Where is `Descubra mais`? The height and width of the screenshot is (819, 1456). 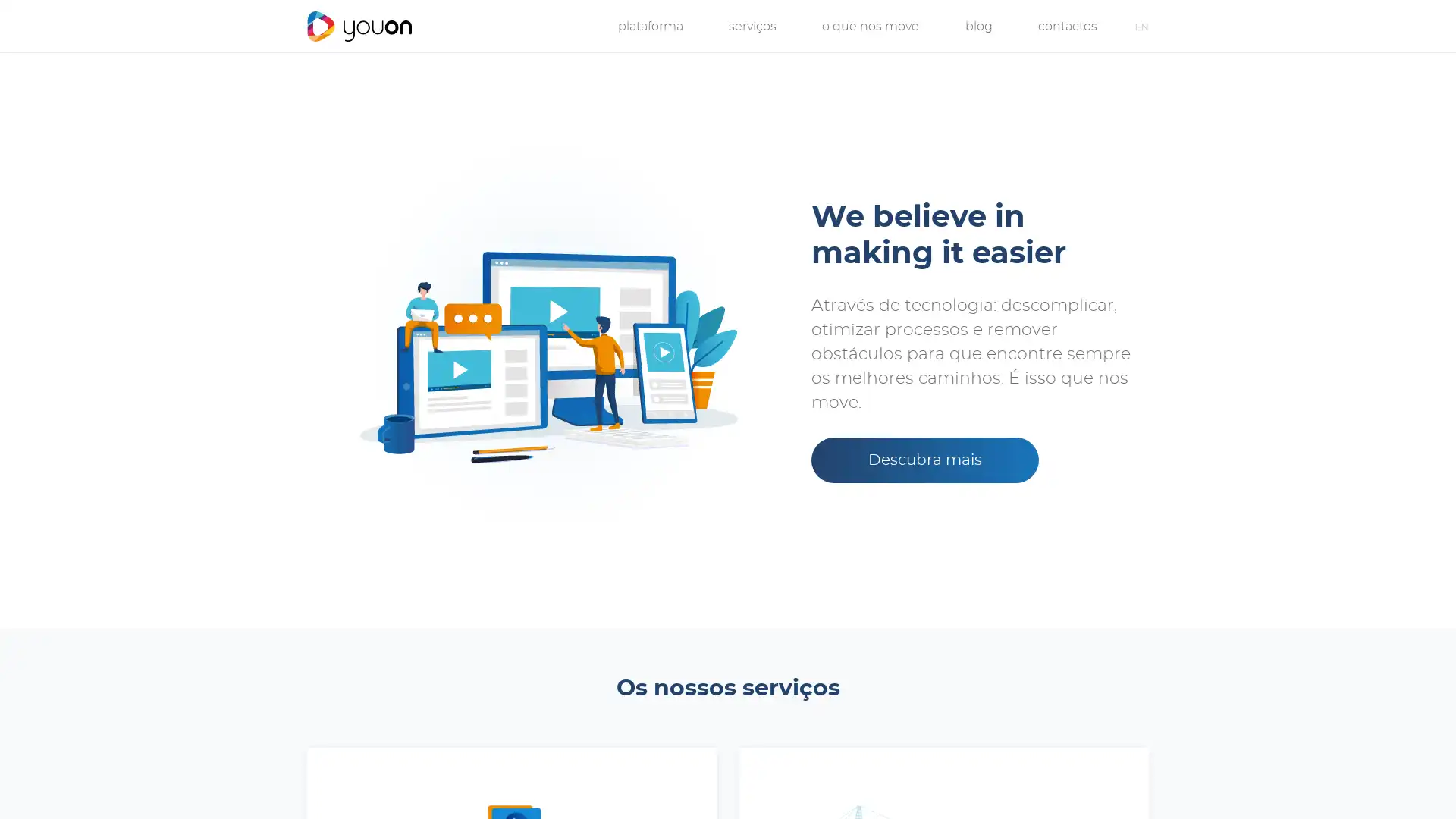 Descubra mais is located at coordinates (924, 459).